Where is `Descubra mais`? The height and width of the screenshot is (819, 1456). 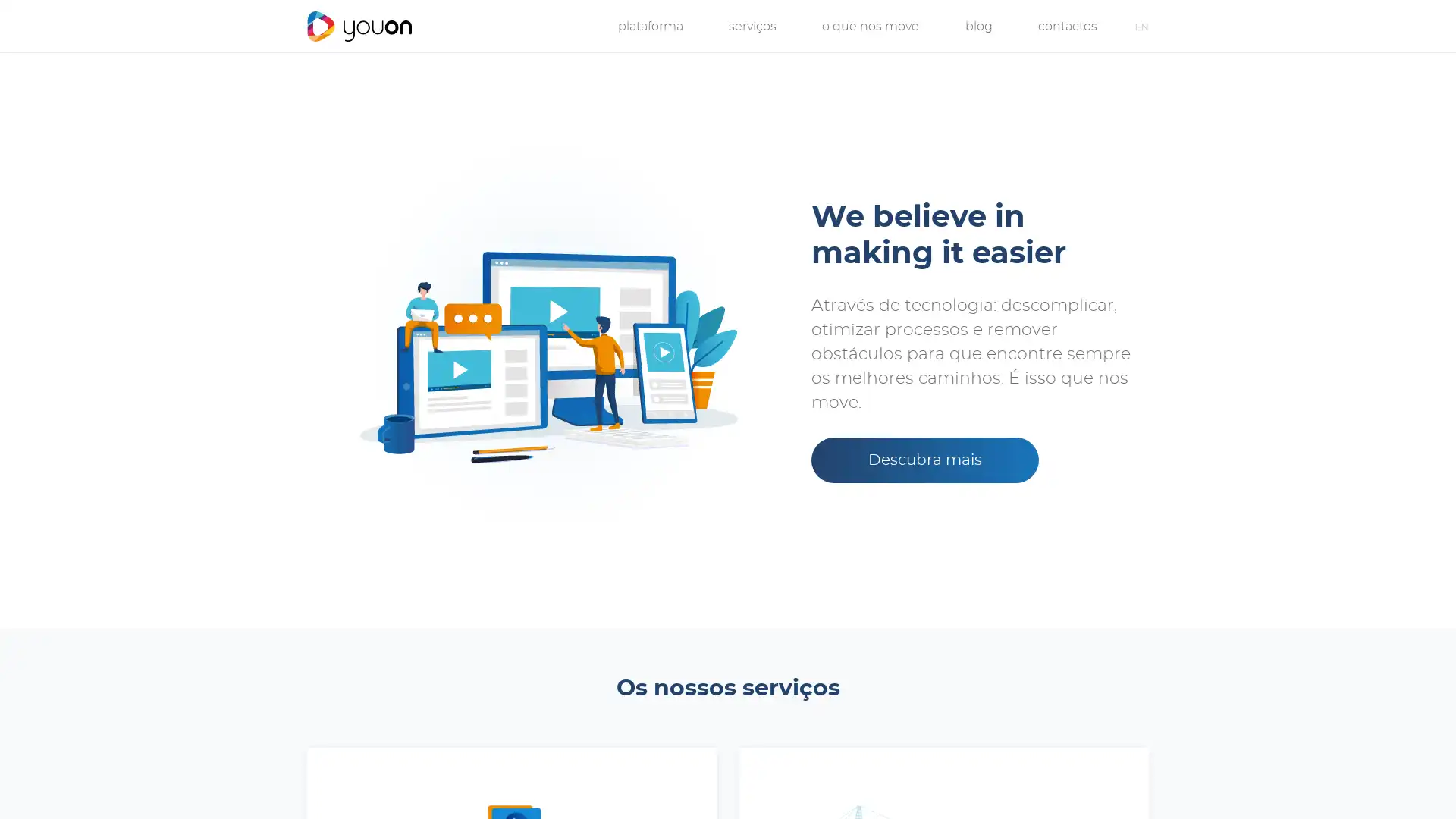 Descubra mais is located at coordinates (924, 459).